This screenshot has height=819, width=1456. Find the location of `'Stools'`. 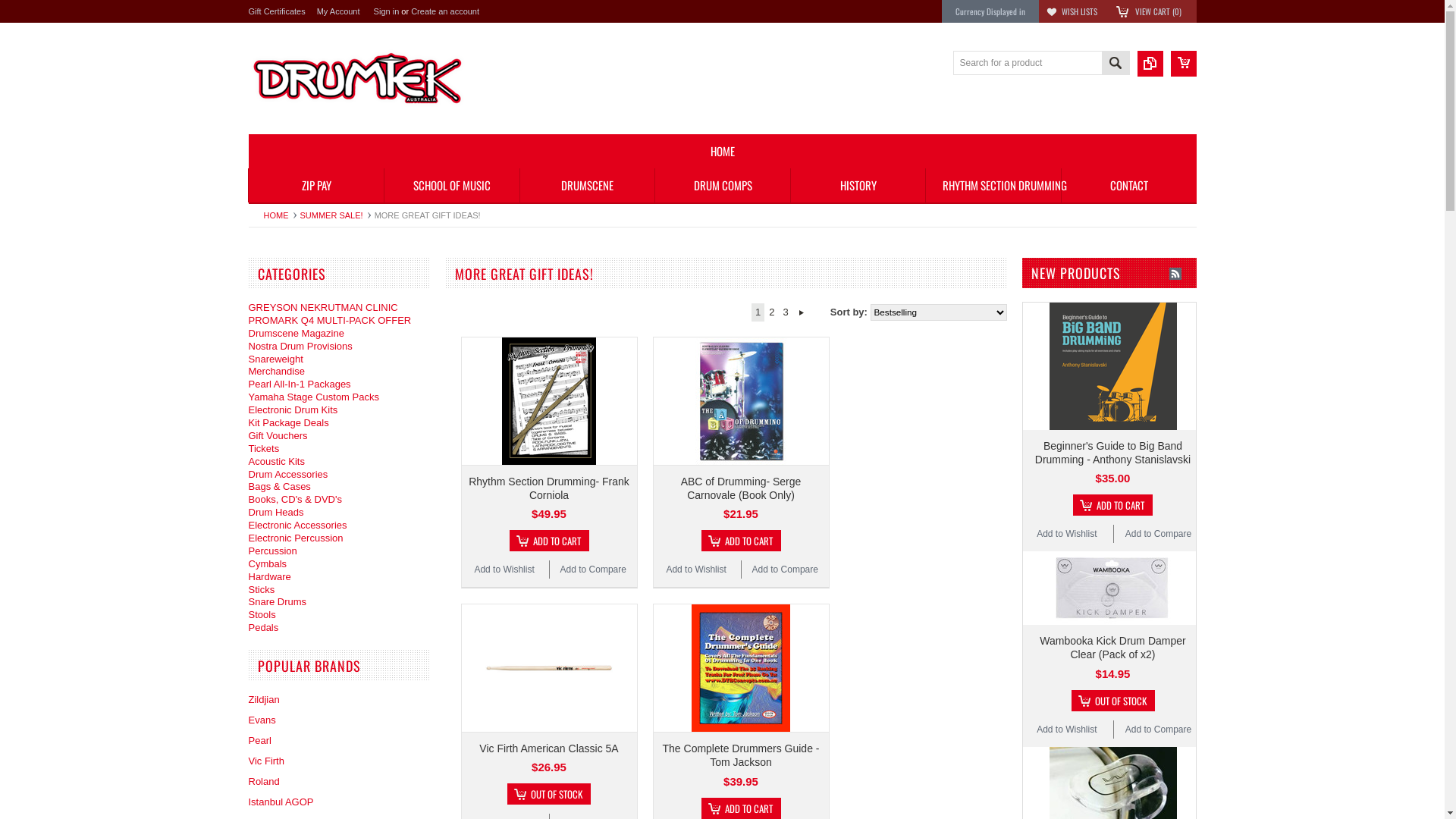

'Stools' is located at coordinates (262, 614).